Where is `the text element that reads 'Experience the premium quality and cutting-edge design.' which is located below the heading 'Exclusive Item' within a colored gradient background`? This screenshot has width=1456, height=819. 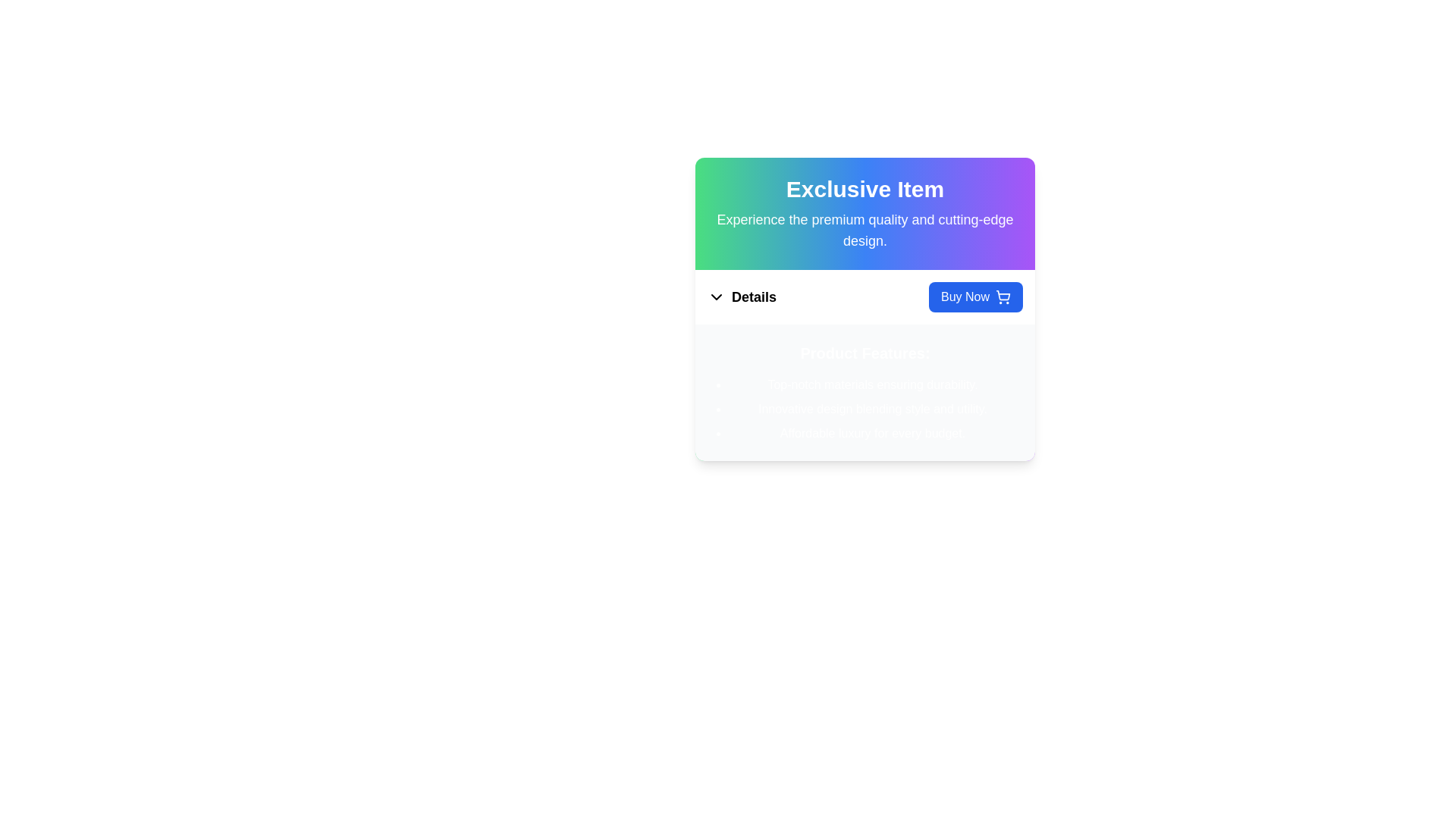 the text element that reads 'Experience the premium quality and cutting-edge design.' which is located below the heading 'Exclusive Item' within a colored gradient background is located at coordinates (865, 231).